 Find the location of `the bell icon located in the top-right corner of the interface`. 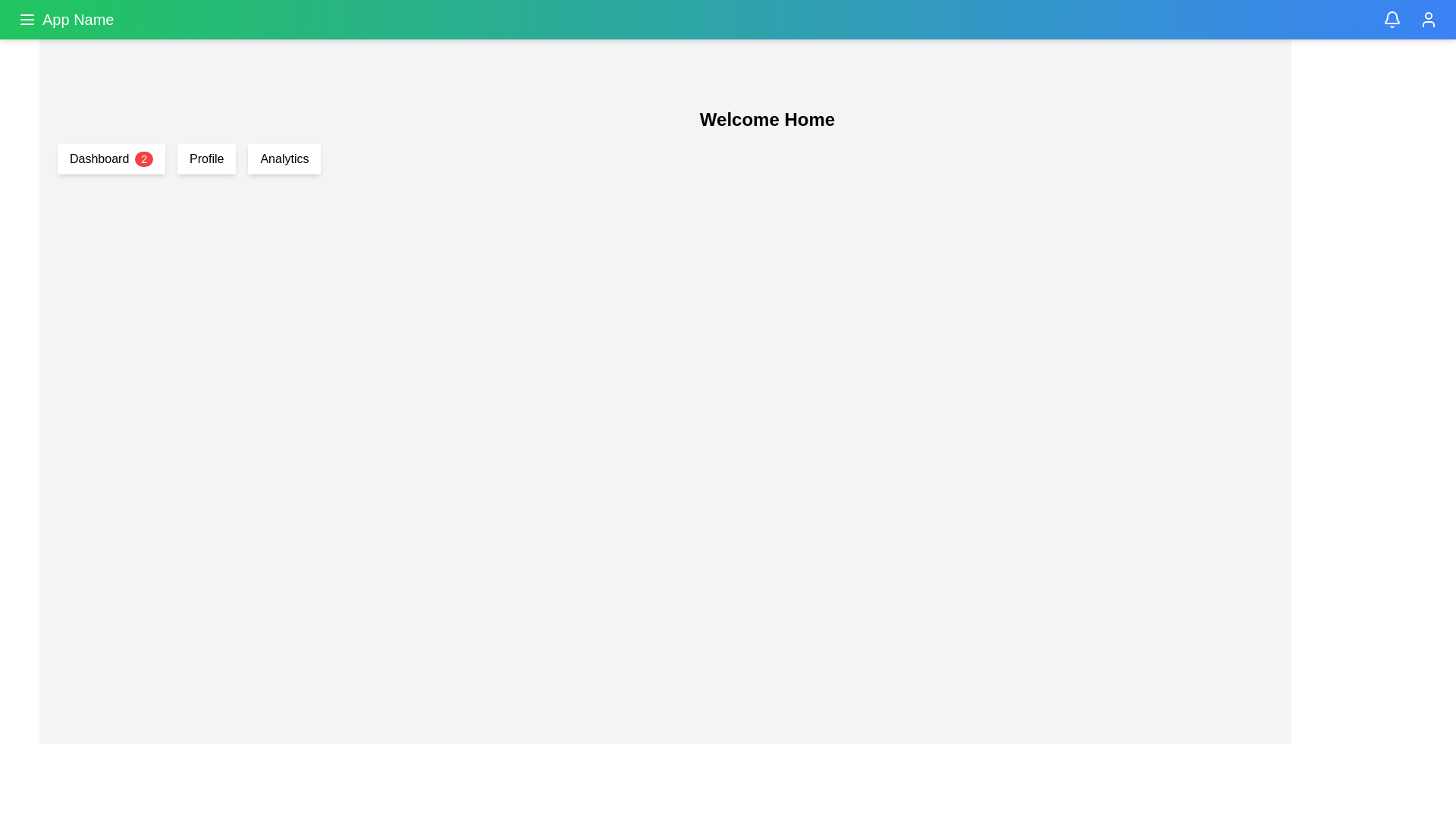

the bell icon located in the top-right corner of the interface is located at coordinates (1392, 20).